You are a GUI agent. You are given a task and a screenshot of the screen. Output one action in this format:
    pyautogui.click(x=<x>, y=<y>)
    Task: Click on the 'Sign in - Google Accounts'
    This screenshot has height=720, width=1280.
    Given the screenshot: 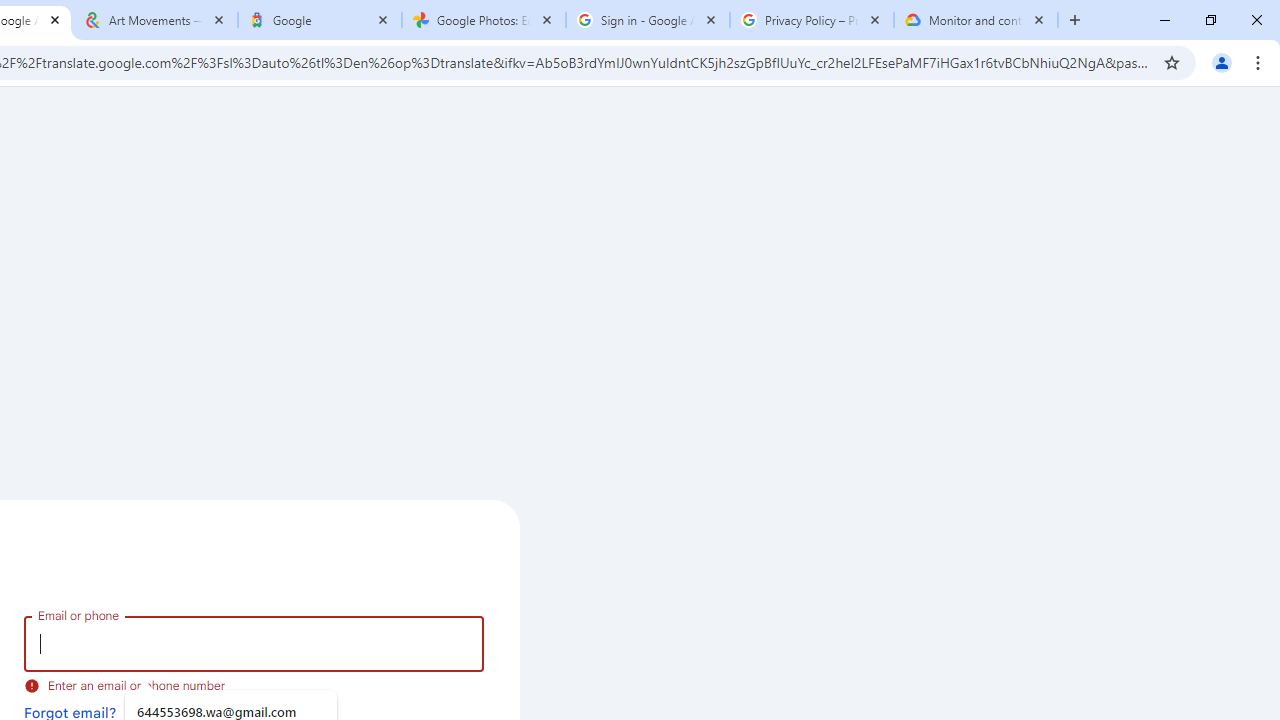 What is the action you would take?
    pyautogui.click(x=647, y=20)
    